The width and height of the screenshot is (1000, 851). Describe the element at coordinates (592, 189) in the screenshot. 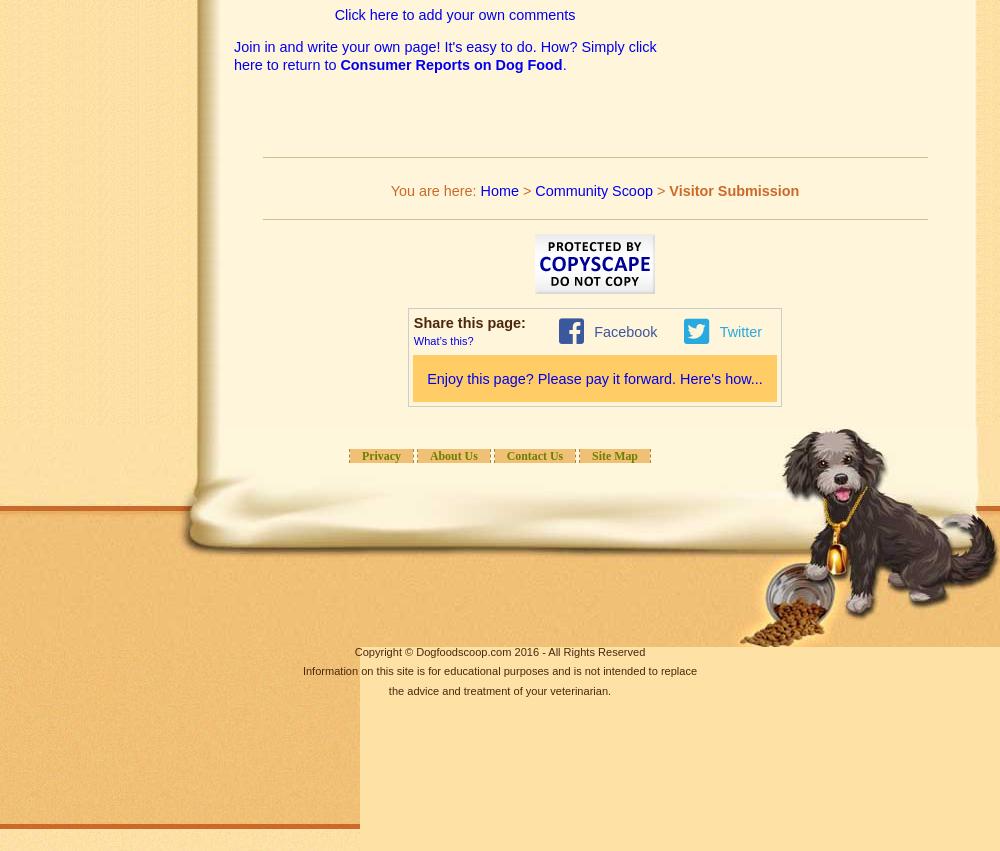

I see `'Community Scoop'` at that location.